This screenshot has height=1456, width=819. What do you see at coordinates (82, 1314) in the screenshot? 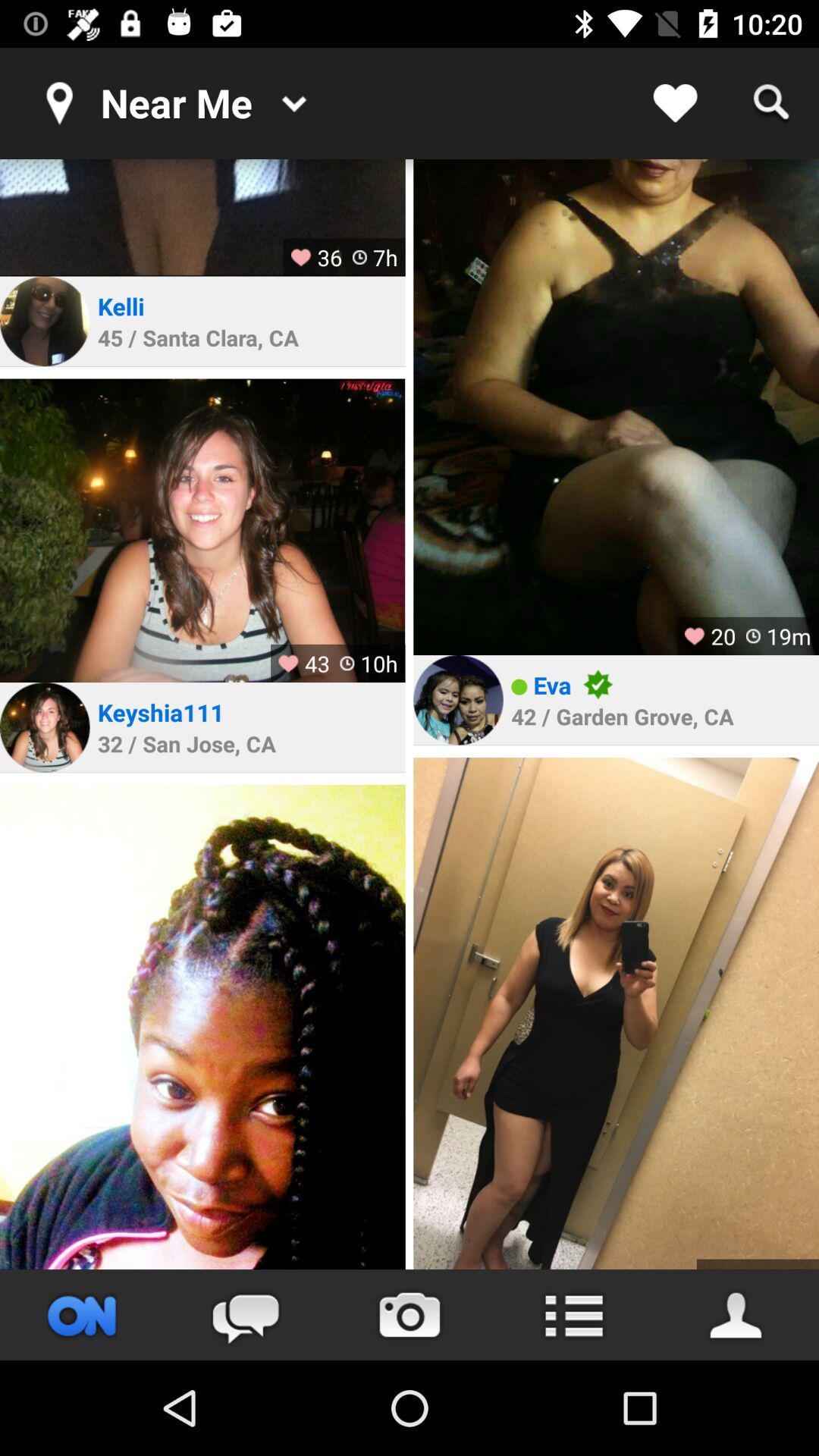
I see `the sliders icon` at bounding box center [82, 1314].